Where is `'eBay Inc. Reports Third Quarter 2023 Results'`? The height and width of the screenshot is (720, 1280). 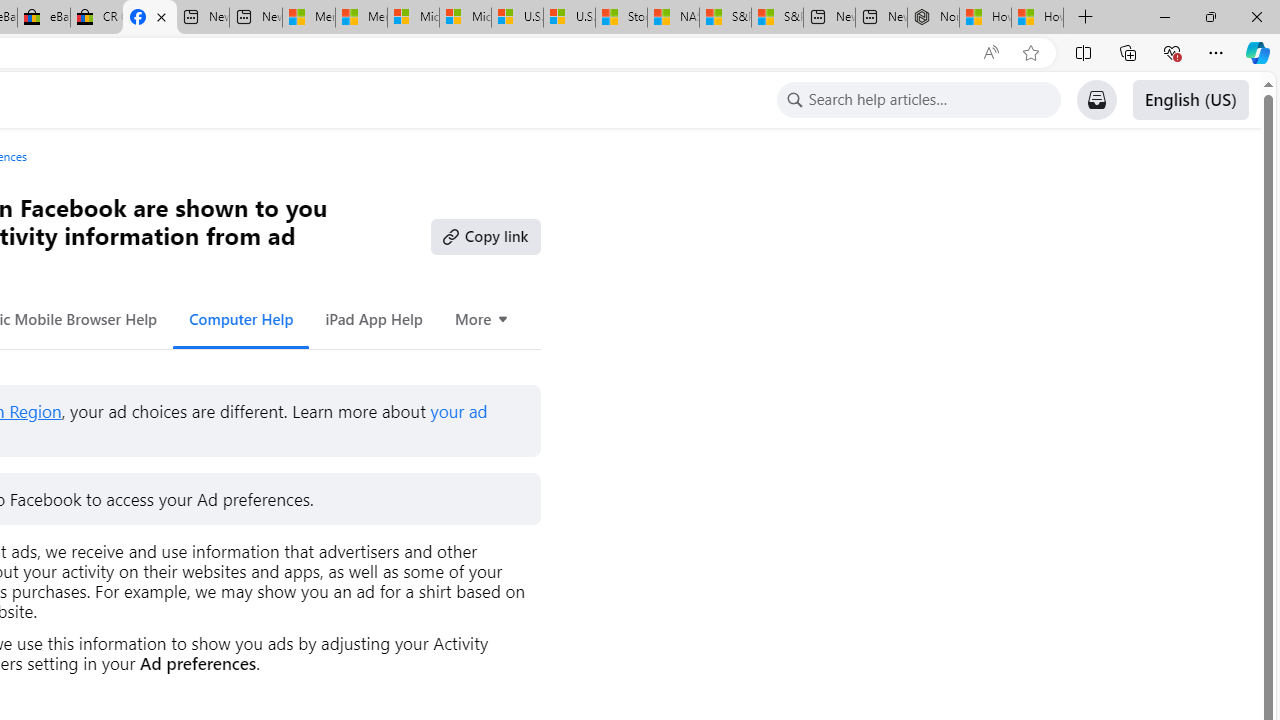 'eBay Inc. Reports Third Quarter 2023 Results' is located at coordinates (44, 17).